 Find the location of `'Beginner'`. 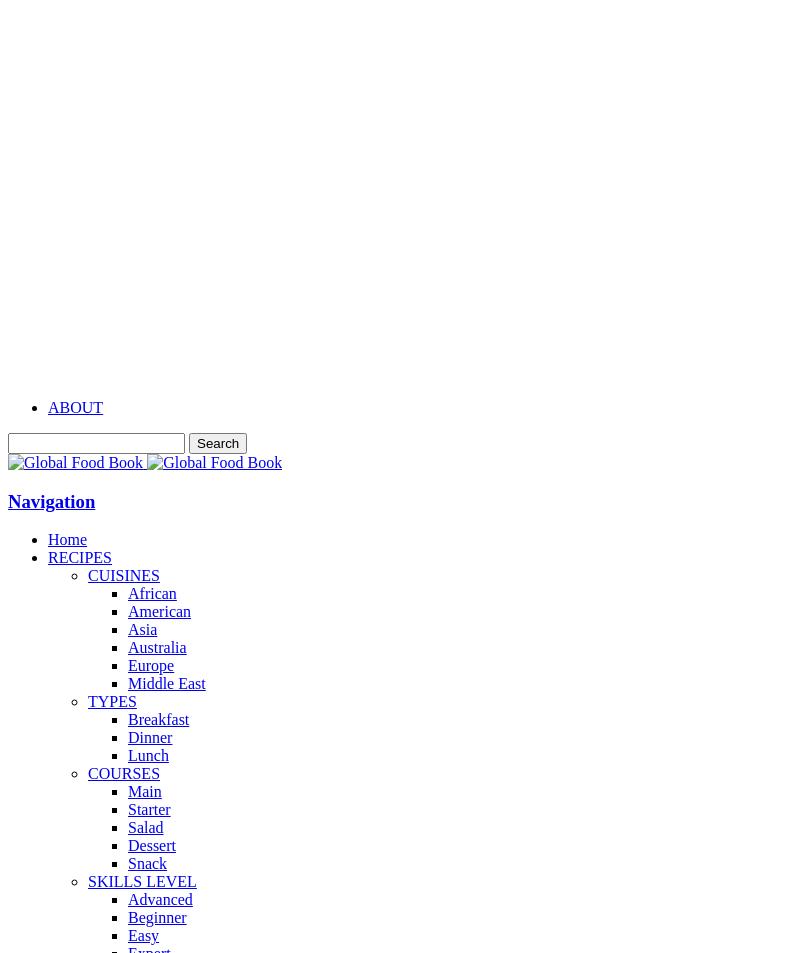

'Beginner' is located at coordinates (126, 917).